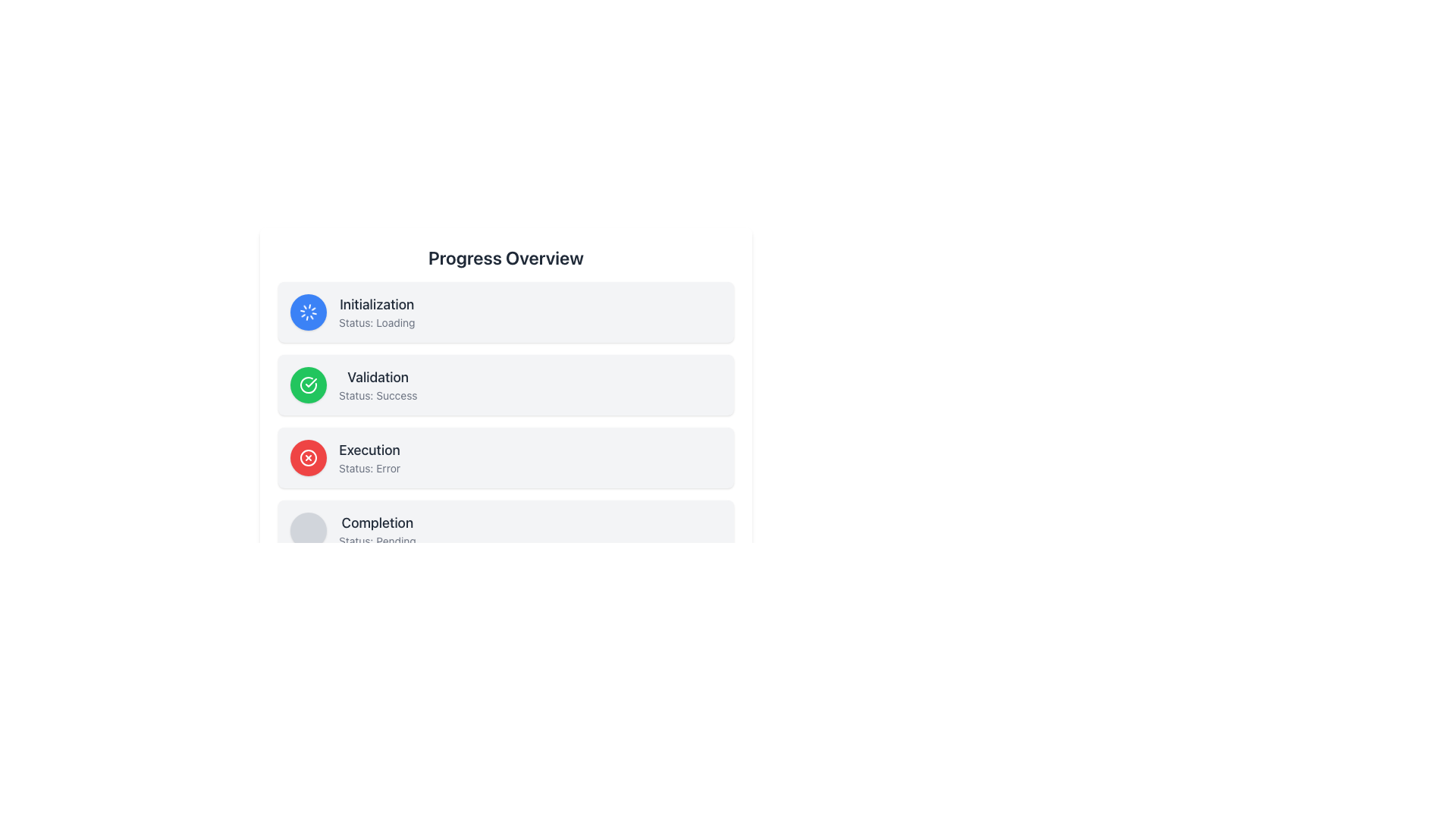 This screenshot has height=819, width=1456. What do you see at coordinates (308, 312) in the screenshot?
I see `the Loading Spinner, which is an SVG icon styled as a rotating graphic within a blue circular background, located to the left of the text 'Initialization Status: Loading'` at bounding box center [308, 312].